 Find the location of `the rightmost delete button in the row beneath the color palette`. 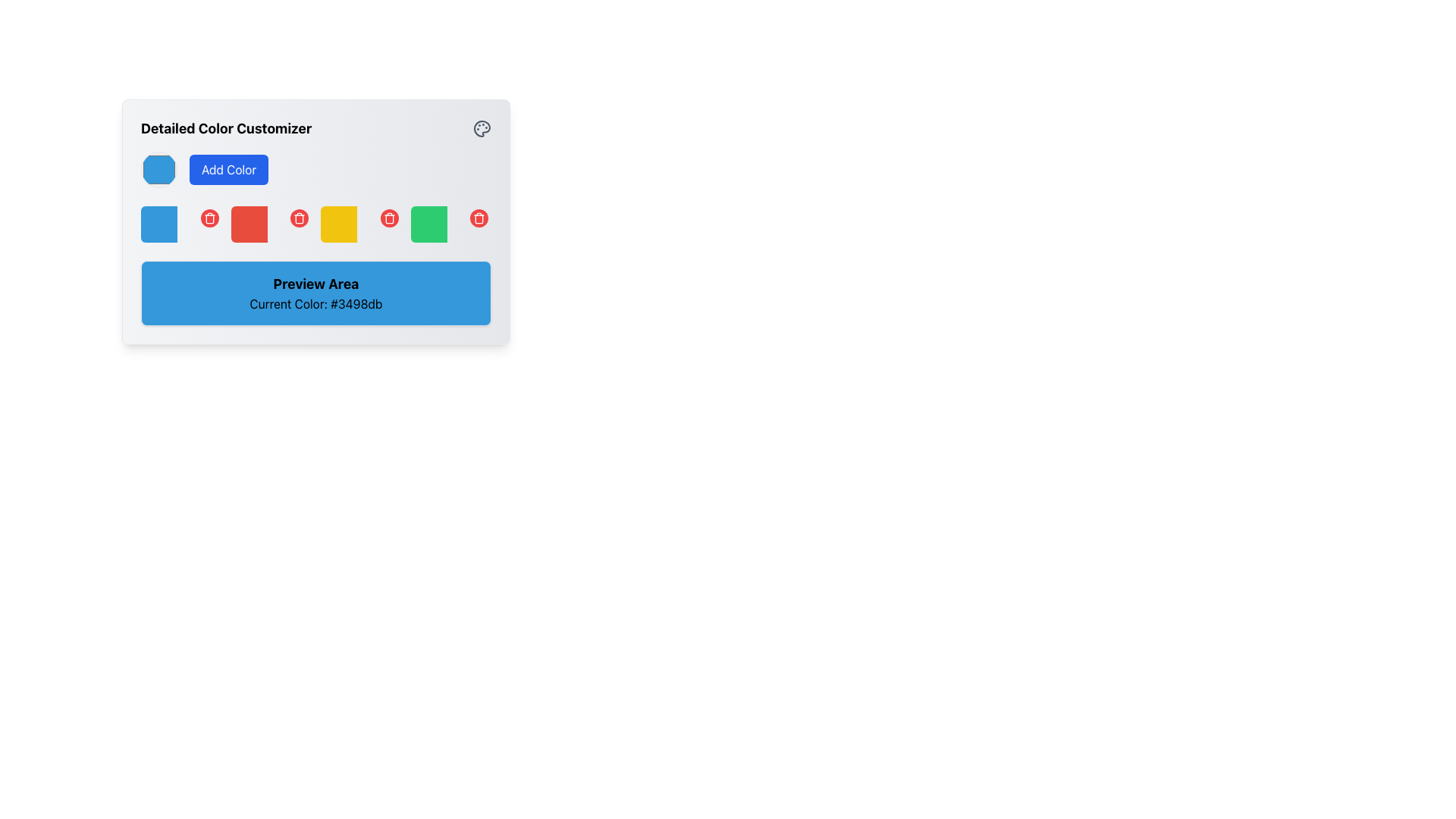

the rightmost delete button in the row beneath the color palette is located at coordinates (479, 218).